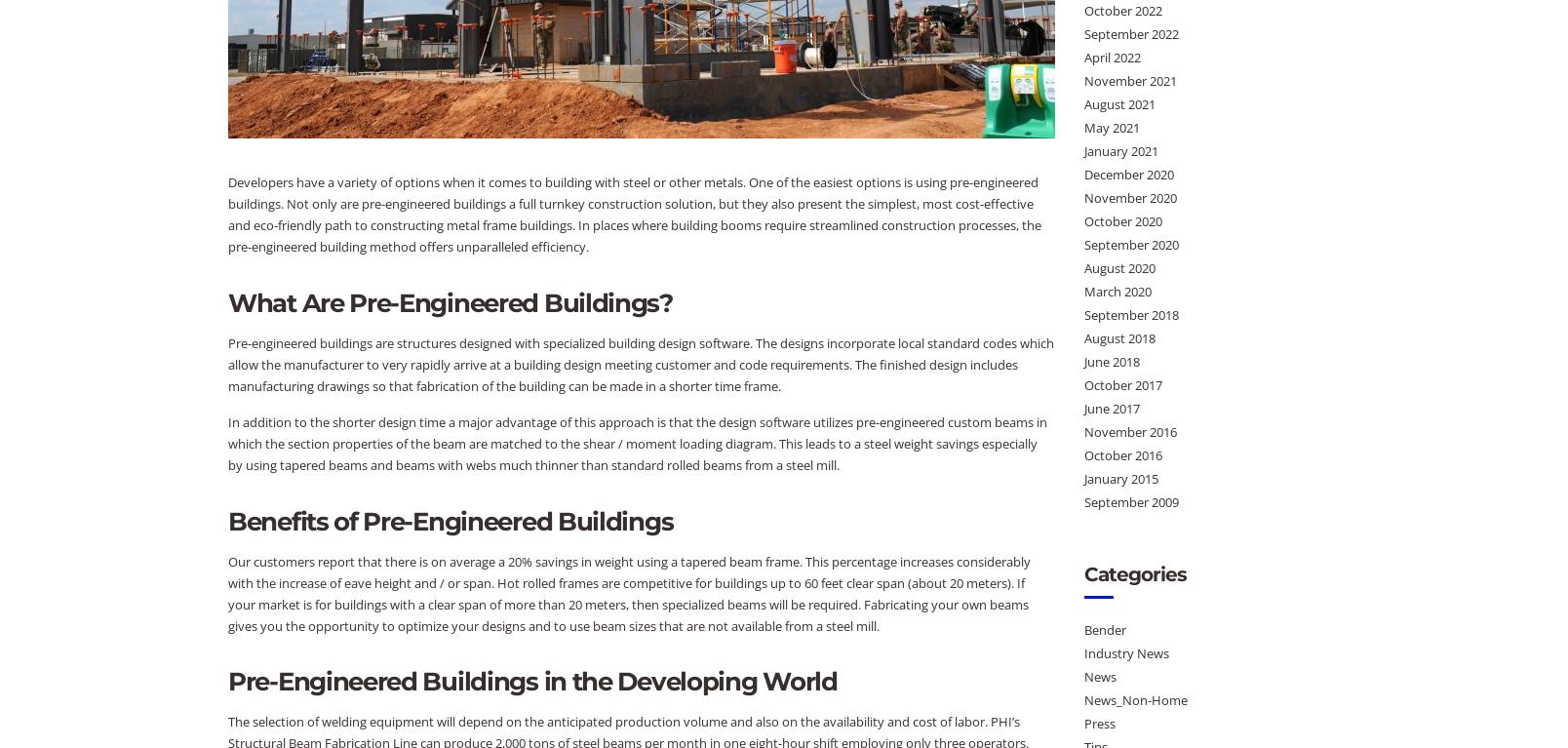 The width and height of the screenshot is (1568, 748). What do you see at coordinates (1130, 31) in the screenshot?
I see `'September 2022'` at bounding box center [1130, 31].